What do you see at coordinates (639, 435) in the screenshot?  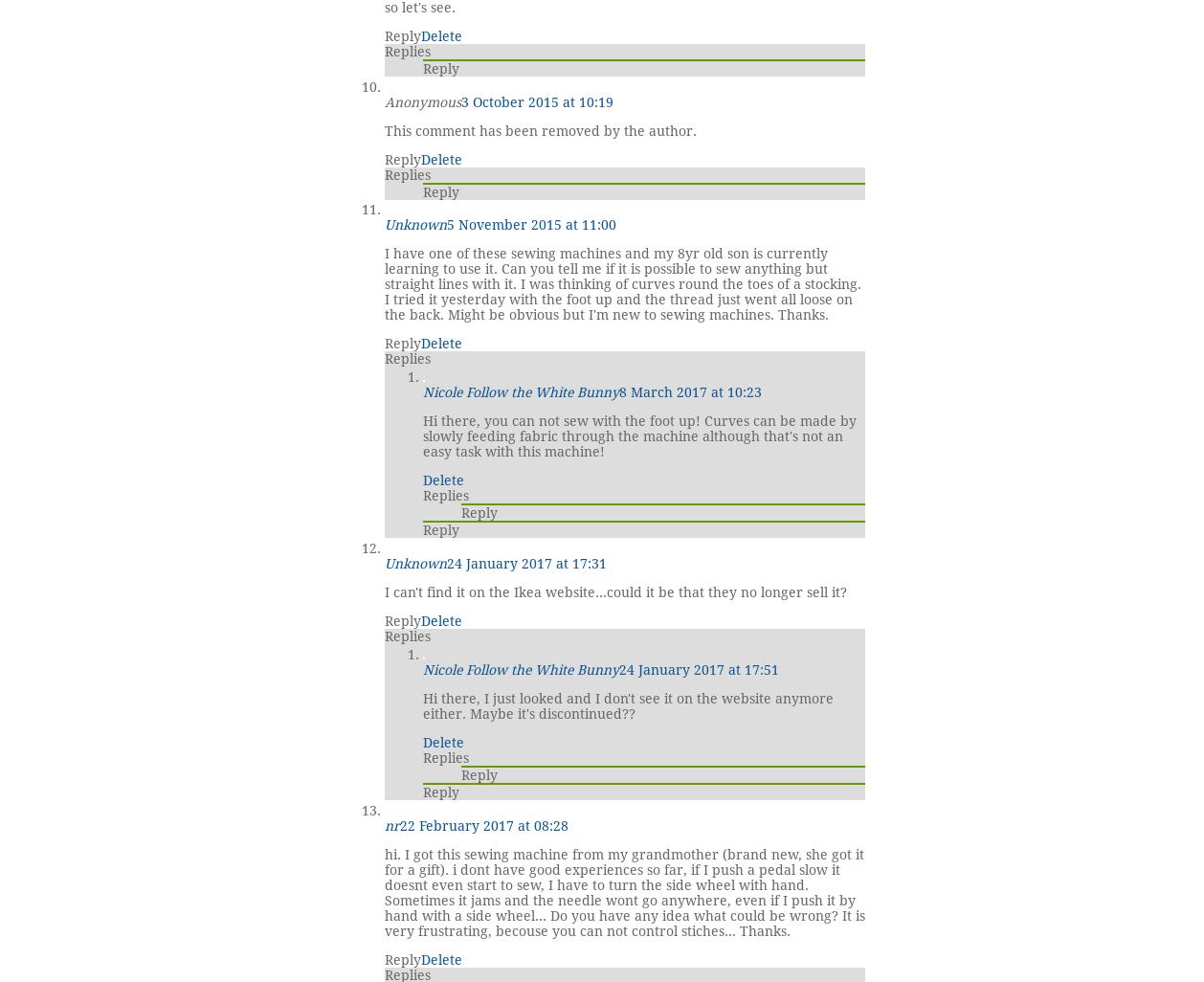 I see `'Hi there, you can not sew with the foot up! Curves can be made by slowly feeding fabric through the machine although that's not an easy task with this machine!'` at bounding box center [639, 435].